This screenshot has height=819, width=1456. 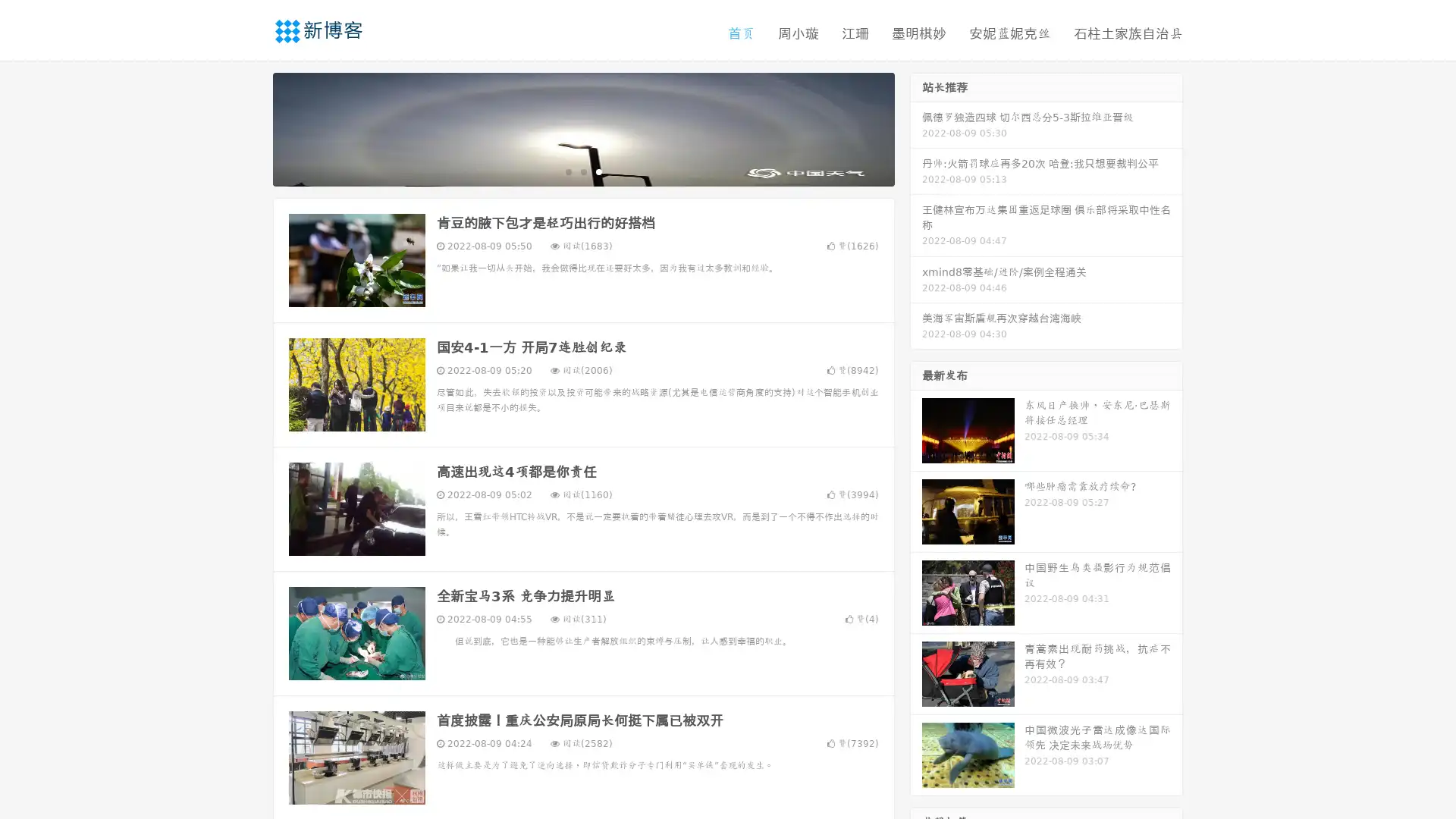 What do you see at coordinates (598, 171) in the screenshot?
I see `Go to slide 3` at bounding box center [598, 171].